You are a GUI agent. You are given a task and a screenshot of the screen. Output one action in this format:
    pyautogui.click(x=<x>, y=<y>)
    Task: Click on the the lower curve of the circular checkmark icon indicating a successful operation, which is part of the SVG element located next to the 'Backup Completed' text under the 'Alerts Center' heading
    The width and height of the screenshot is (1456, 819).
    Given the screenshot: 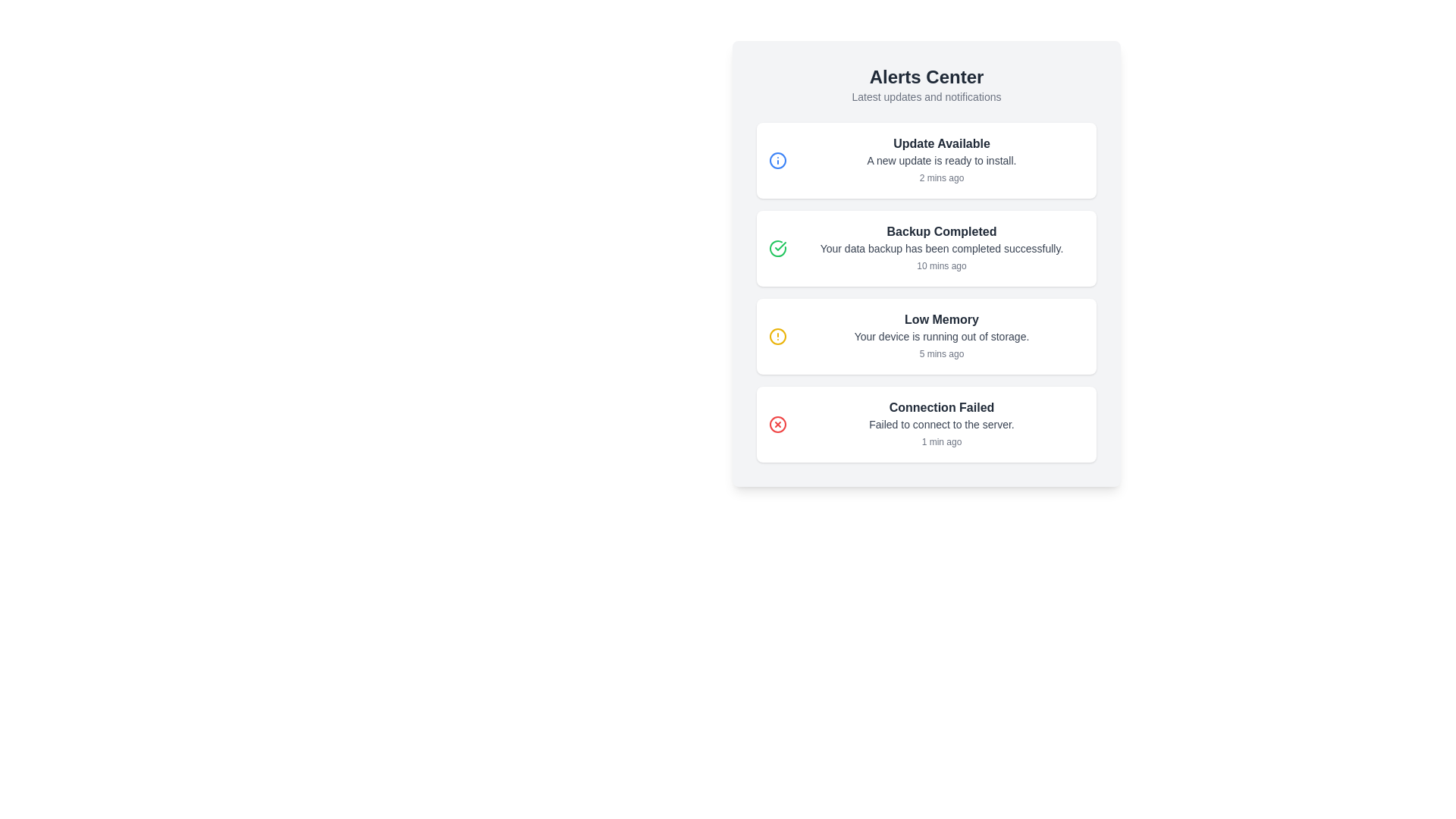 What is the action you would take?
    pyautogui.click(x=778, y=247)
    